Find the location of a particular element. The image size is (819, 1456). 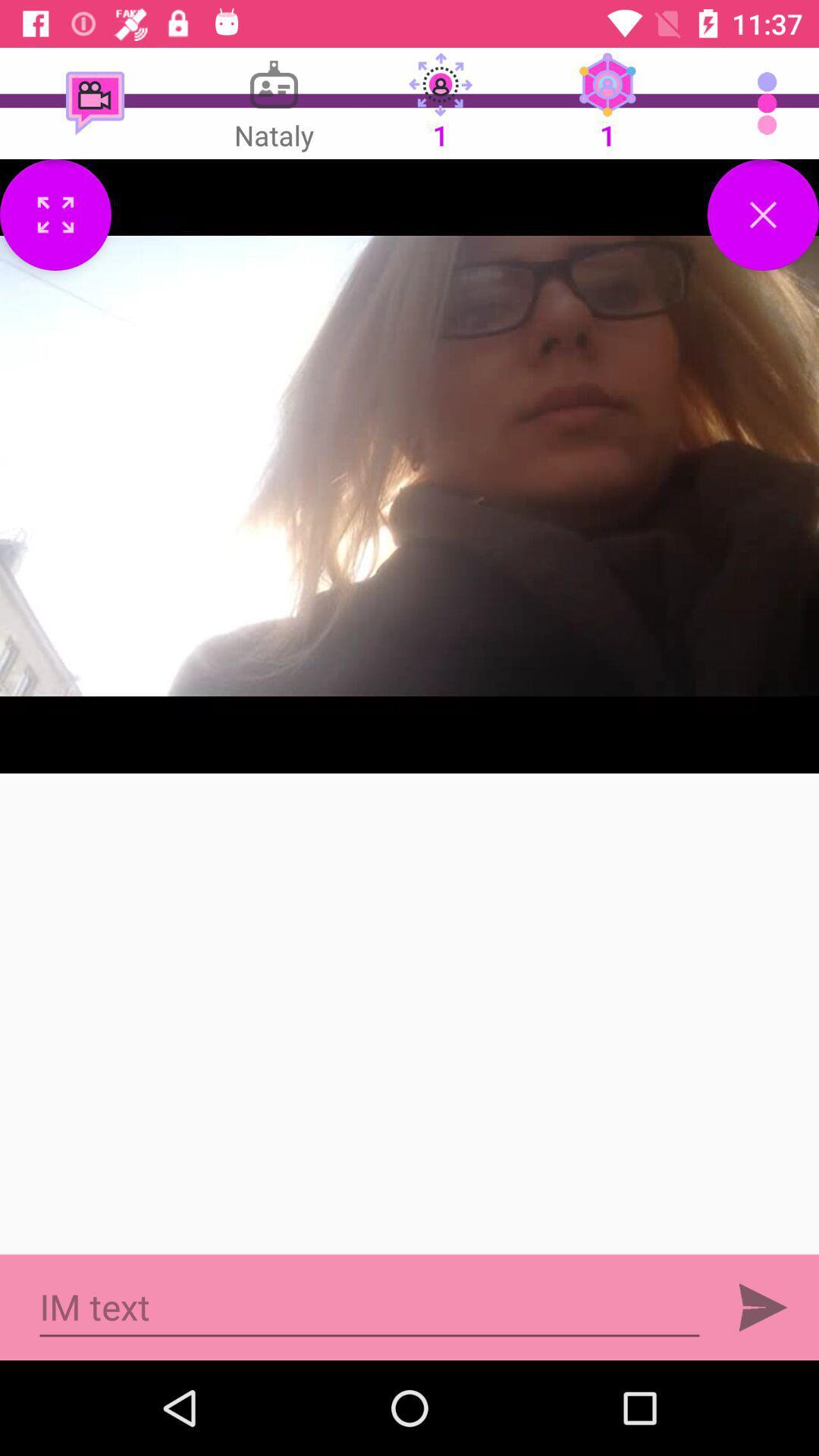

maximize picture is located at coordinates (55, 214).